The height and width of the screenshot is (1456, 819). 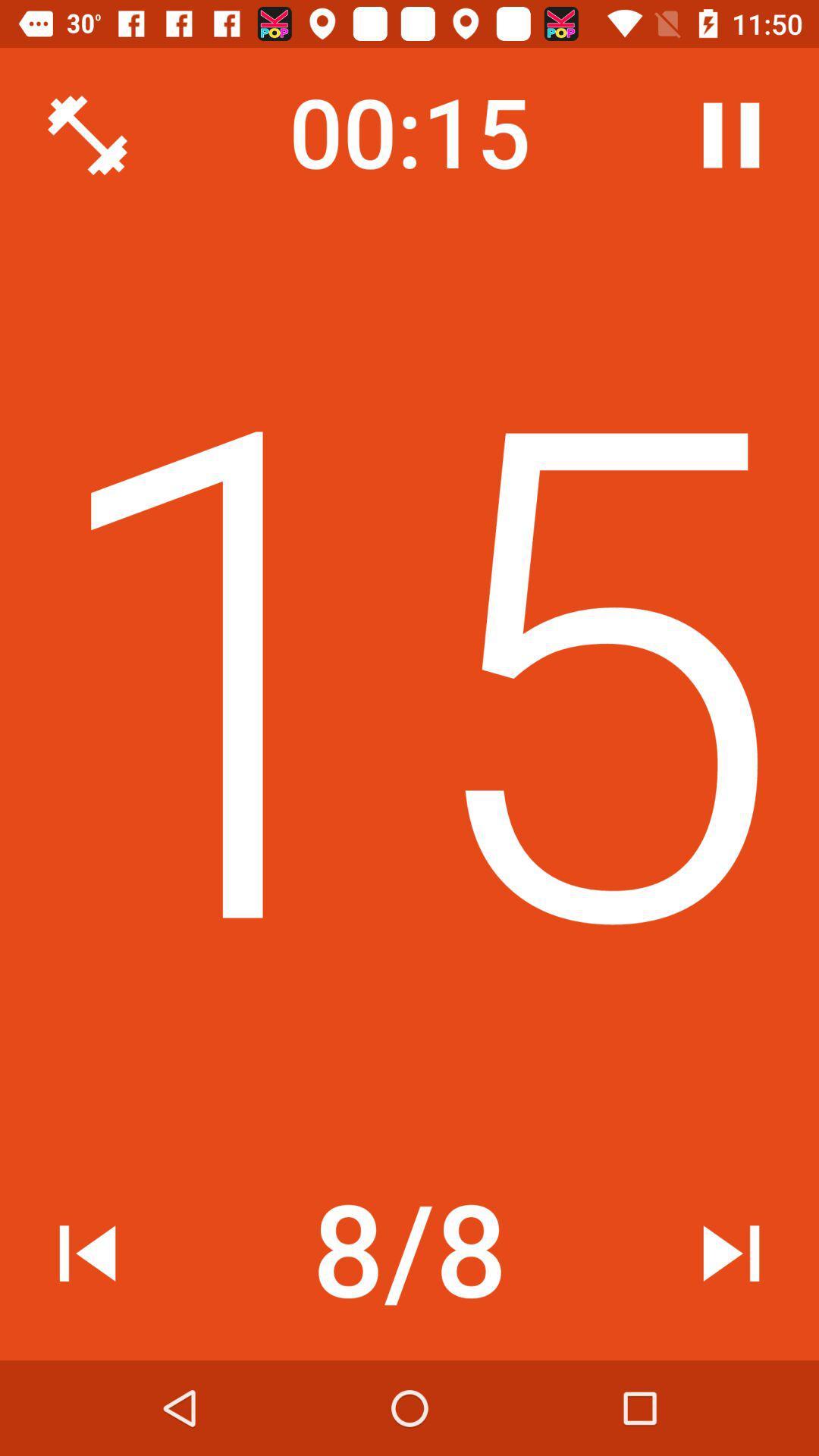 I want to click on the icon at the bottom right corner, so click(x=730, y=1253).